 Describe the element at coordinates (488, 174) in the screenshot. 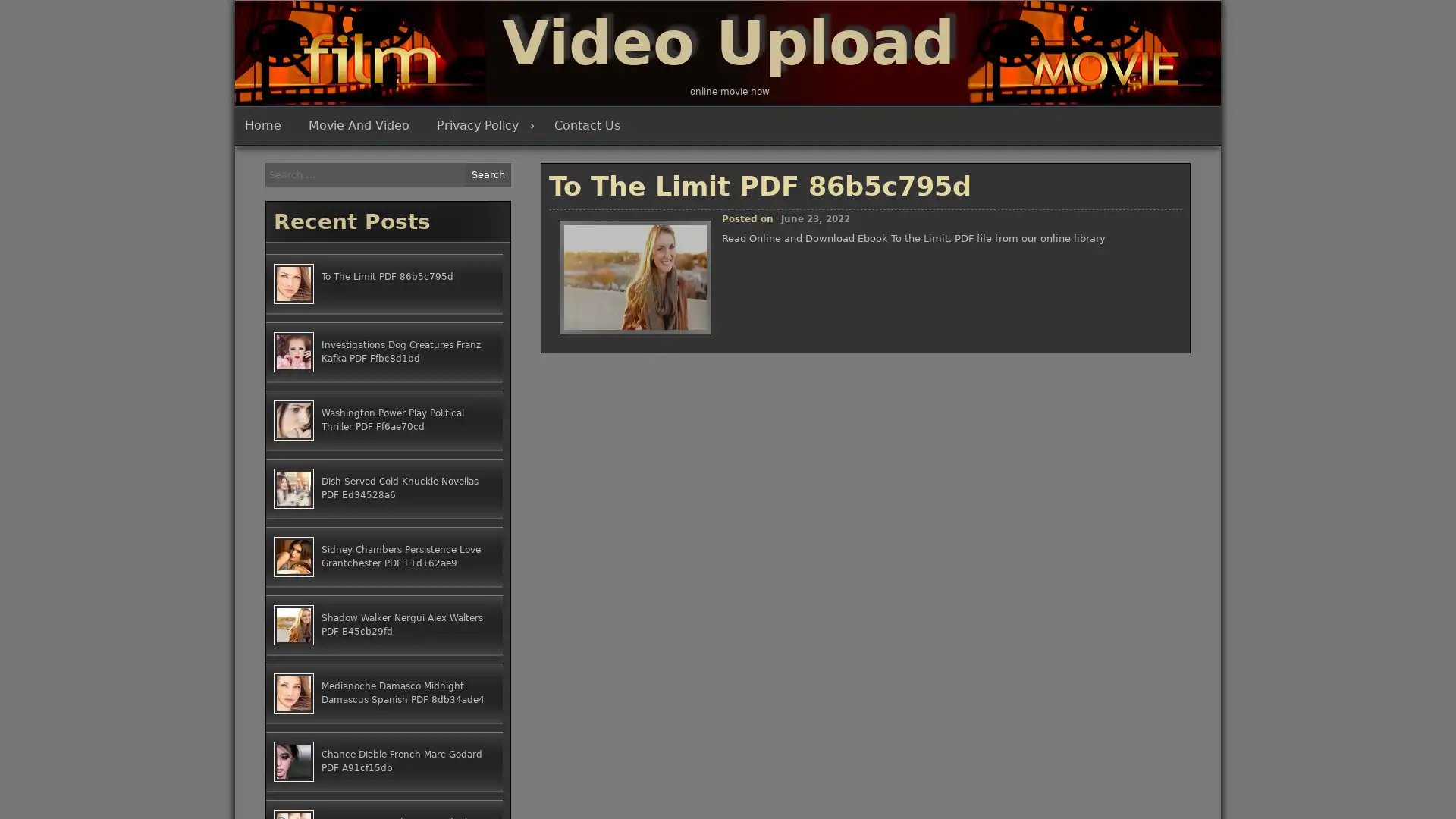

I see `Search` at that location.